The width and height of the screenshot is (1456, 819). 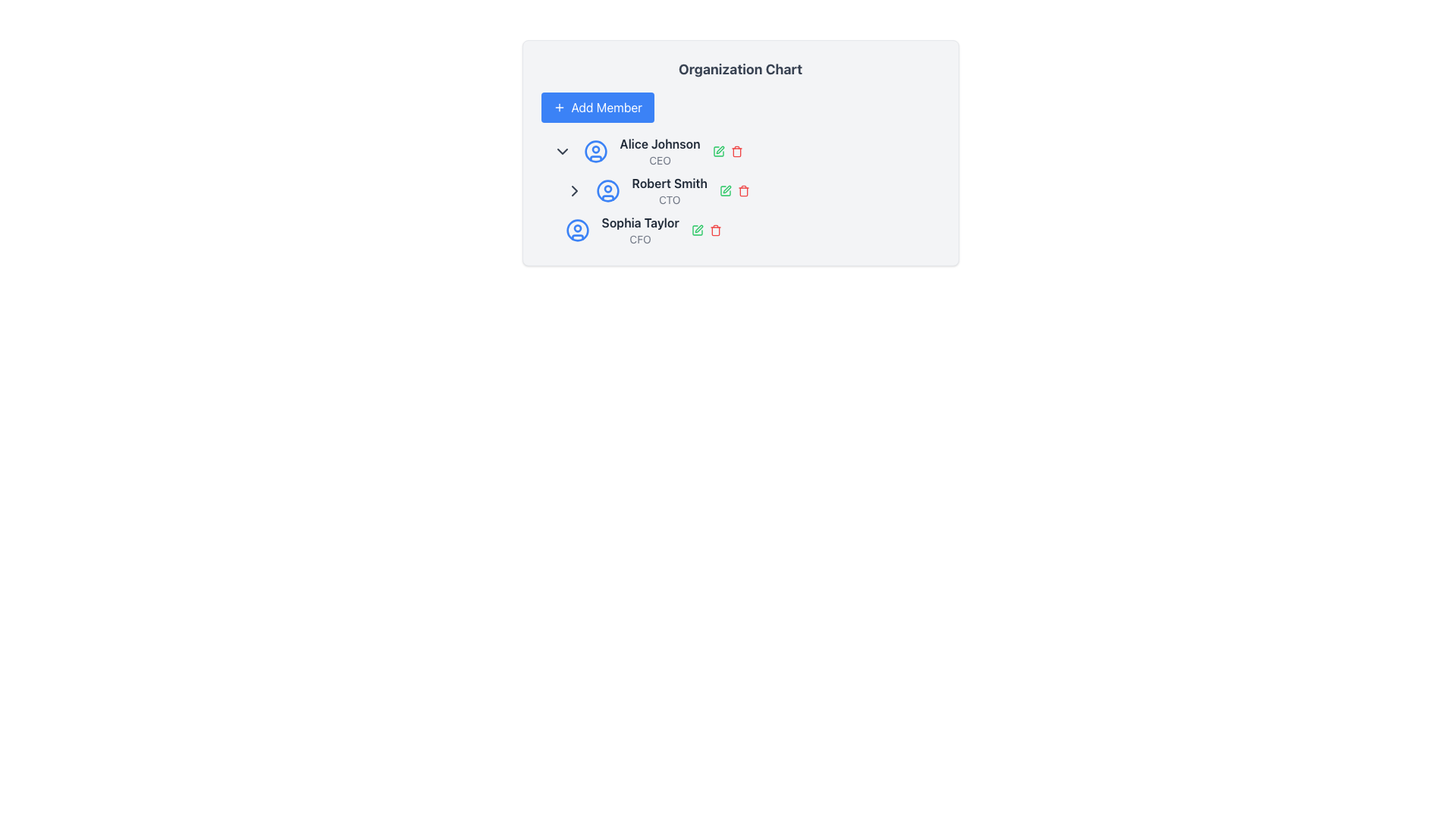 What do you see at coordinates (725, 190) in the screenshot?
I see `the green pen icon next to the name 'Robert Smith'` at bounding box center [725, 190].